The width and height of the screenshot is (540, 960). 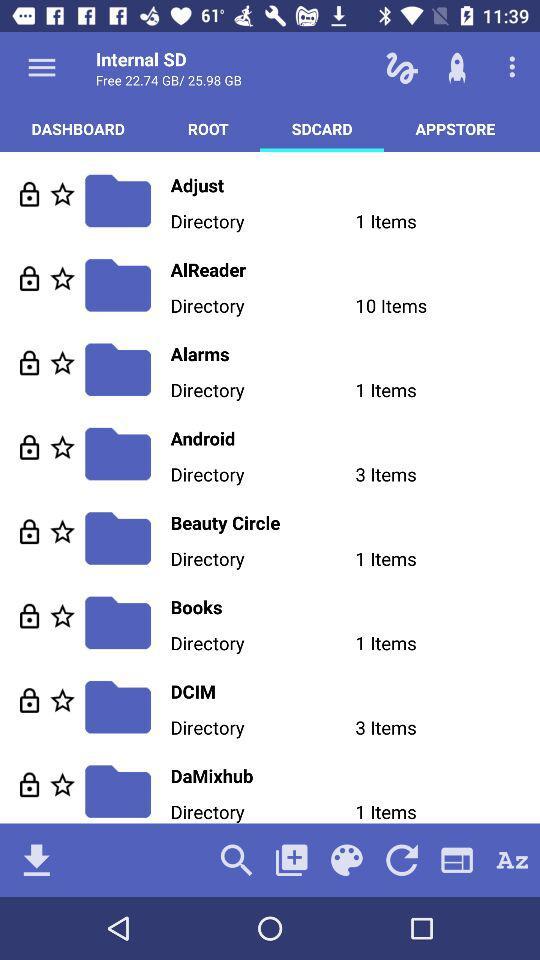 What do you see at coordinates (322, 127) in the screenshot?
I see `sdcard item` at bounding box center [322, 127].